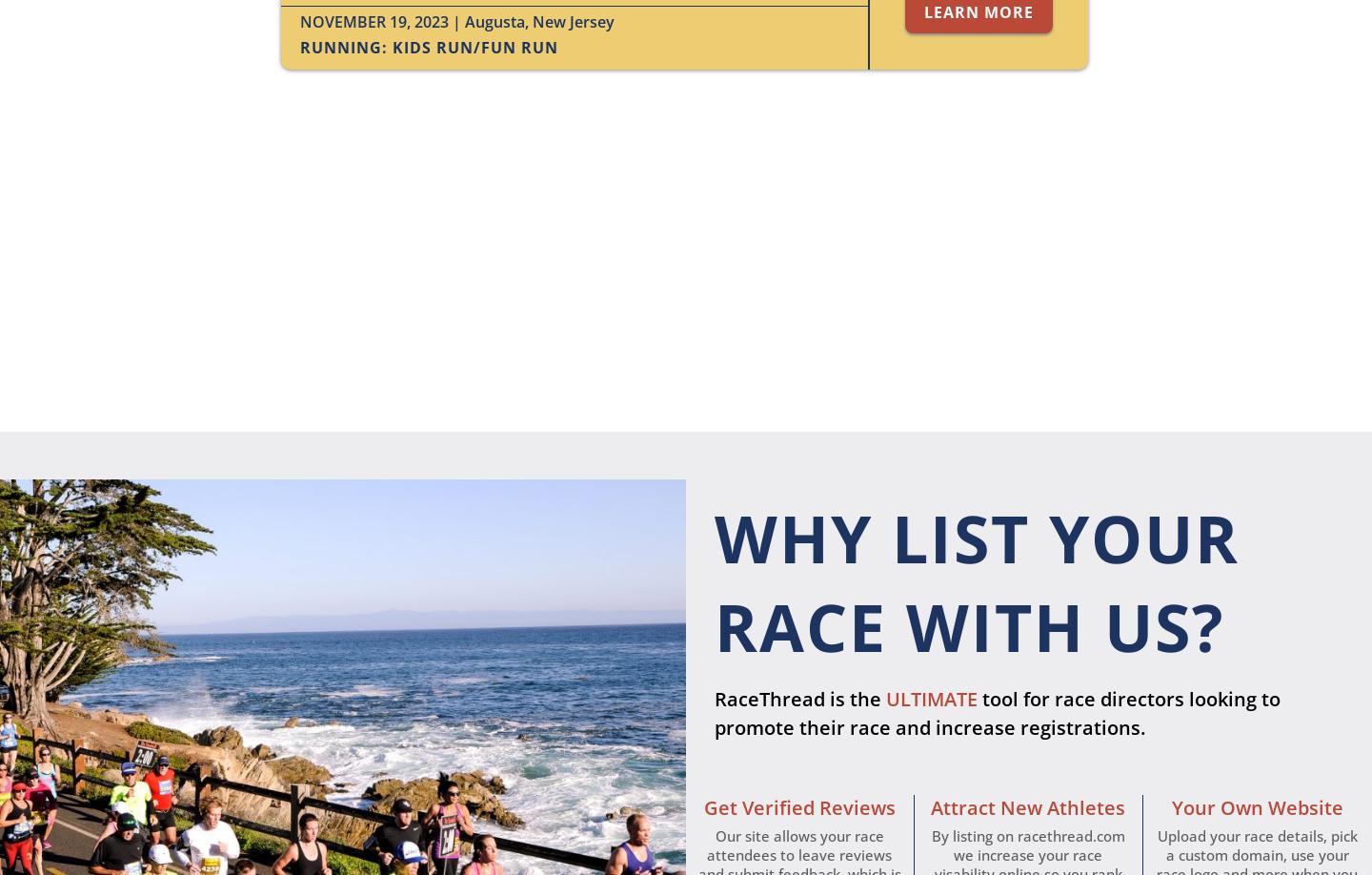  I want to click on 'LEARN MORE', so click(979, 12).